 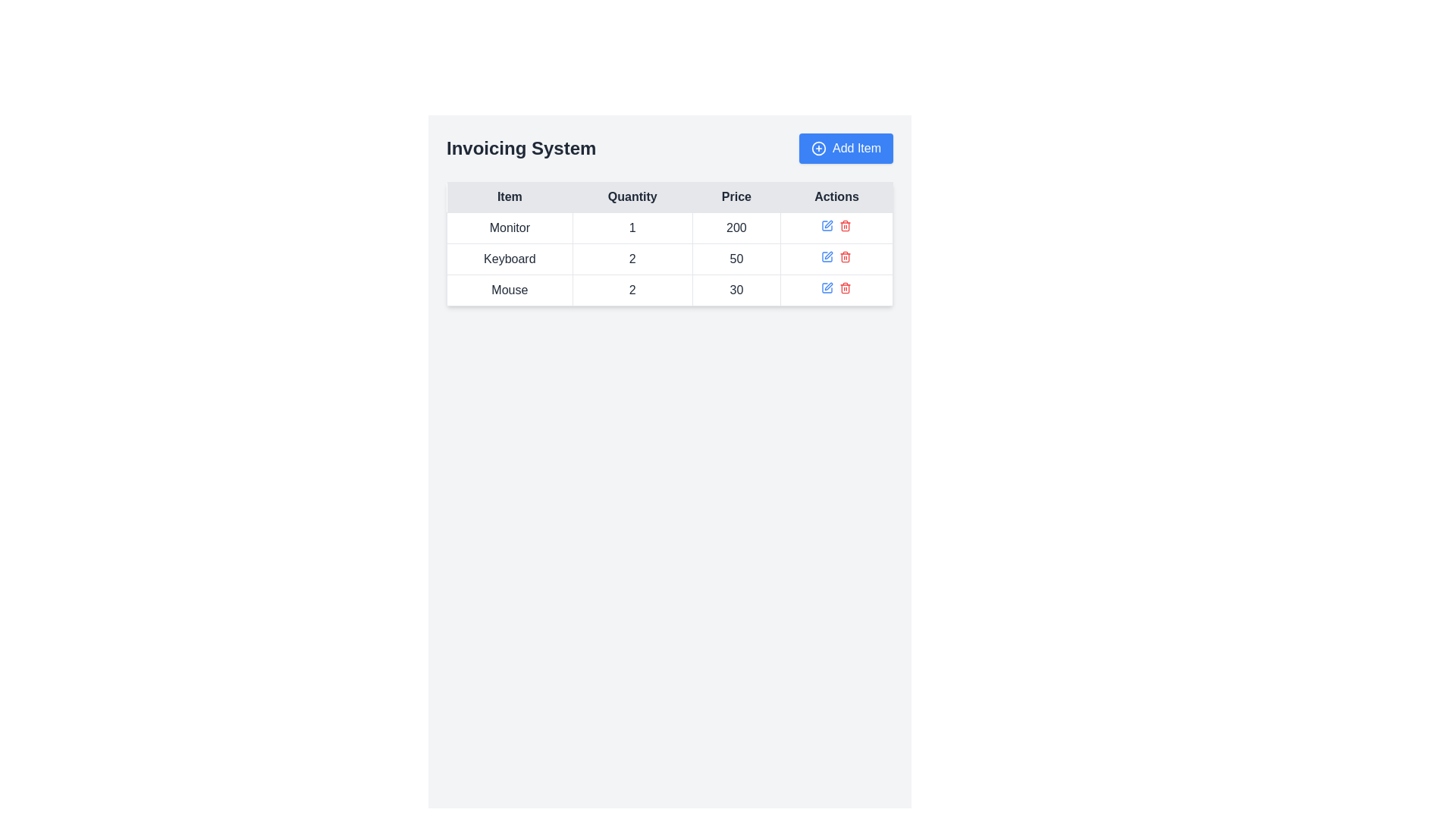 I want to click on displayed price value of the 'Monitor' item from the third cell in the price column of the table, so click(x=736, y=227).